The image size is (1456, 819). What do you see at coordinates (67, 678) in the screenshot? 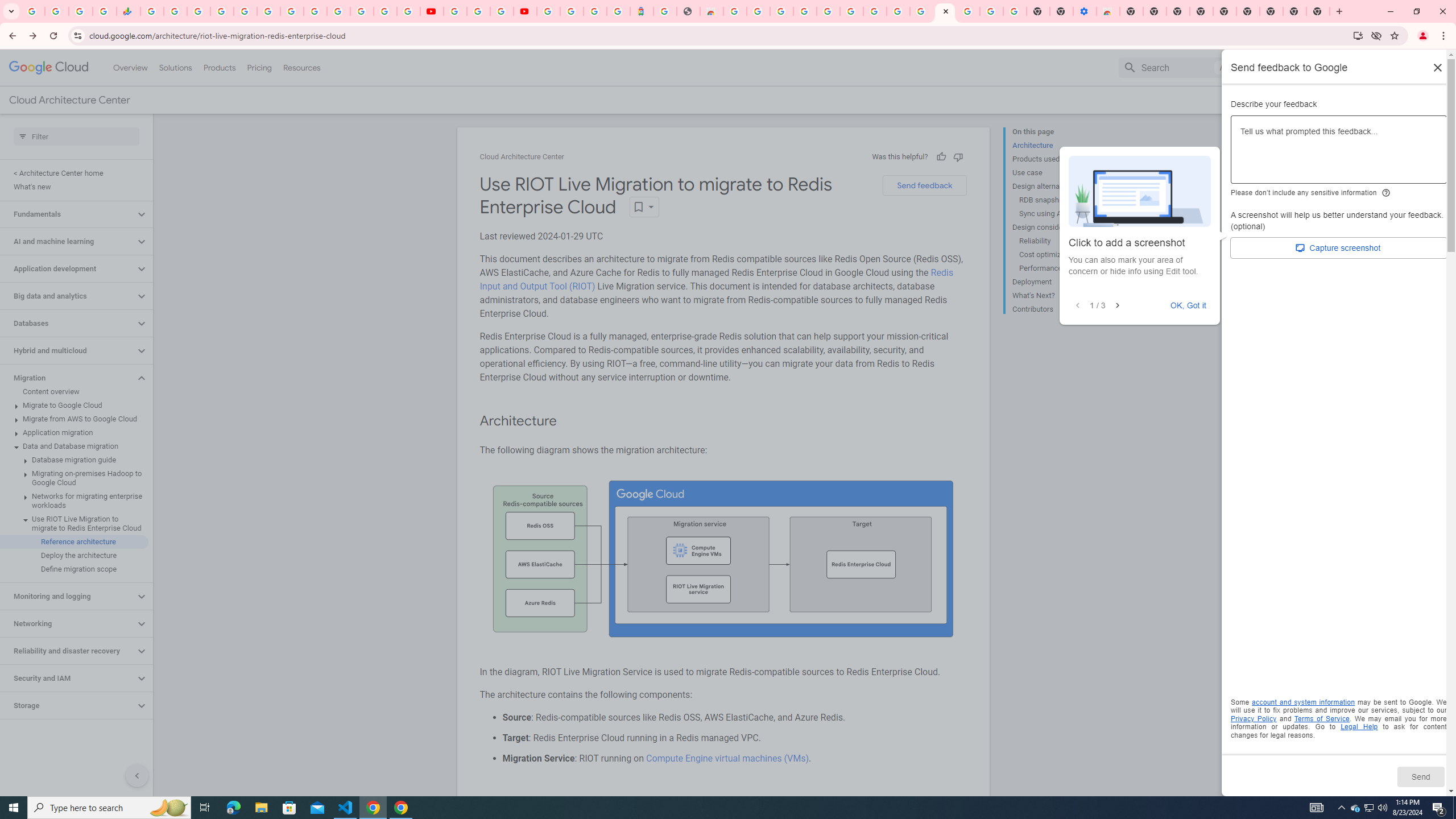
I see `'Security and IAM'` at bounding box center [67, 678].